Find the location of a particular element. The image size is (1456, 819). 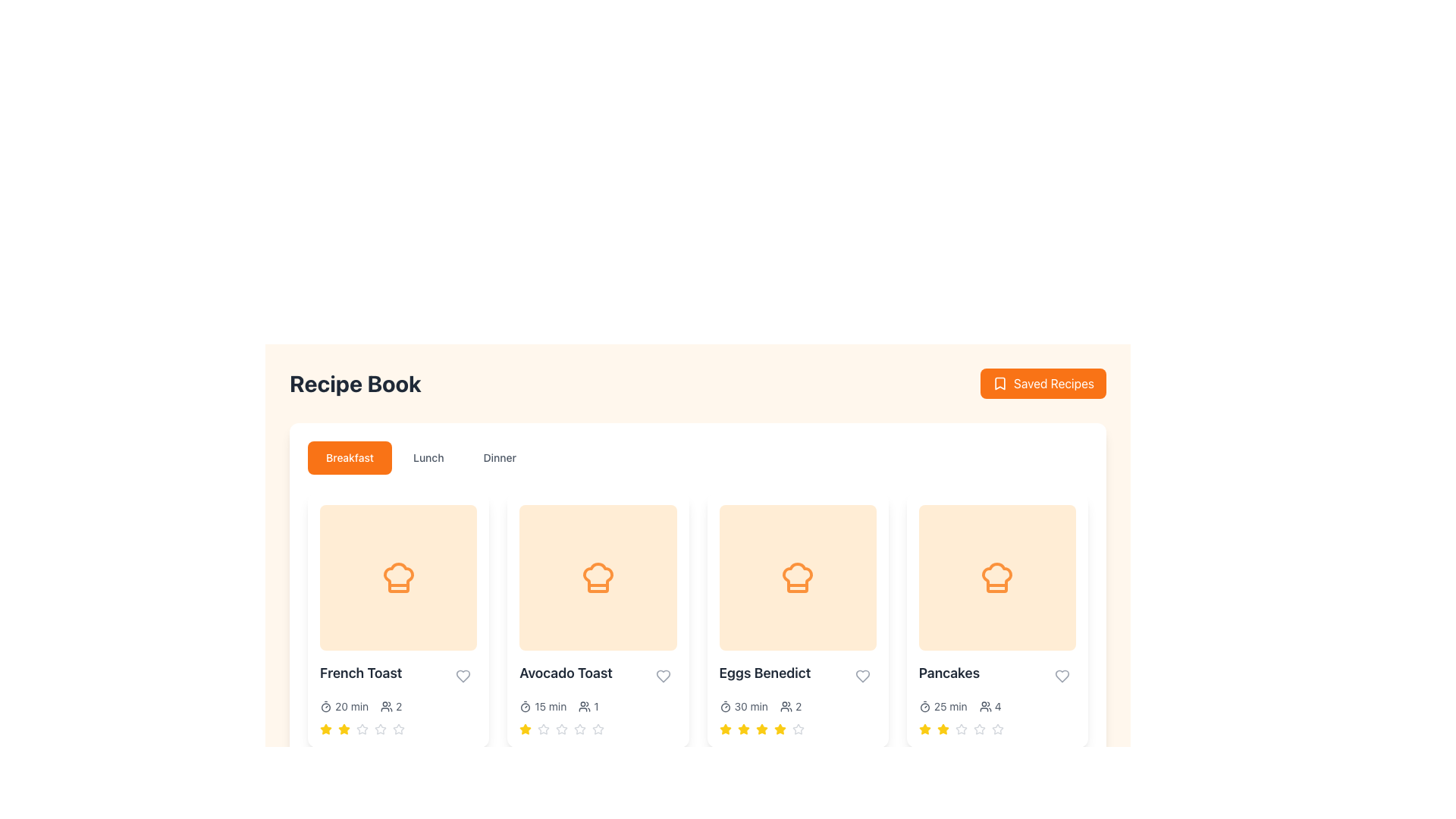

information displayed in the text label showing '20 min 2' with gray styling, located at the lower part of the 'French Toast' recipe card under the 'Breakfast' tab is located at coordinates (398, 707).